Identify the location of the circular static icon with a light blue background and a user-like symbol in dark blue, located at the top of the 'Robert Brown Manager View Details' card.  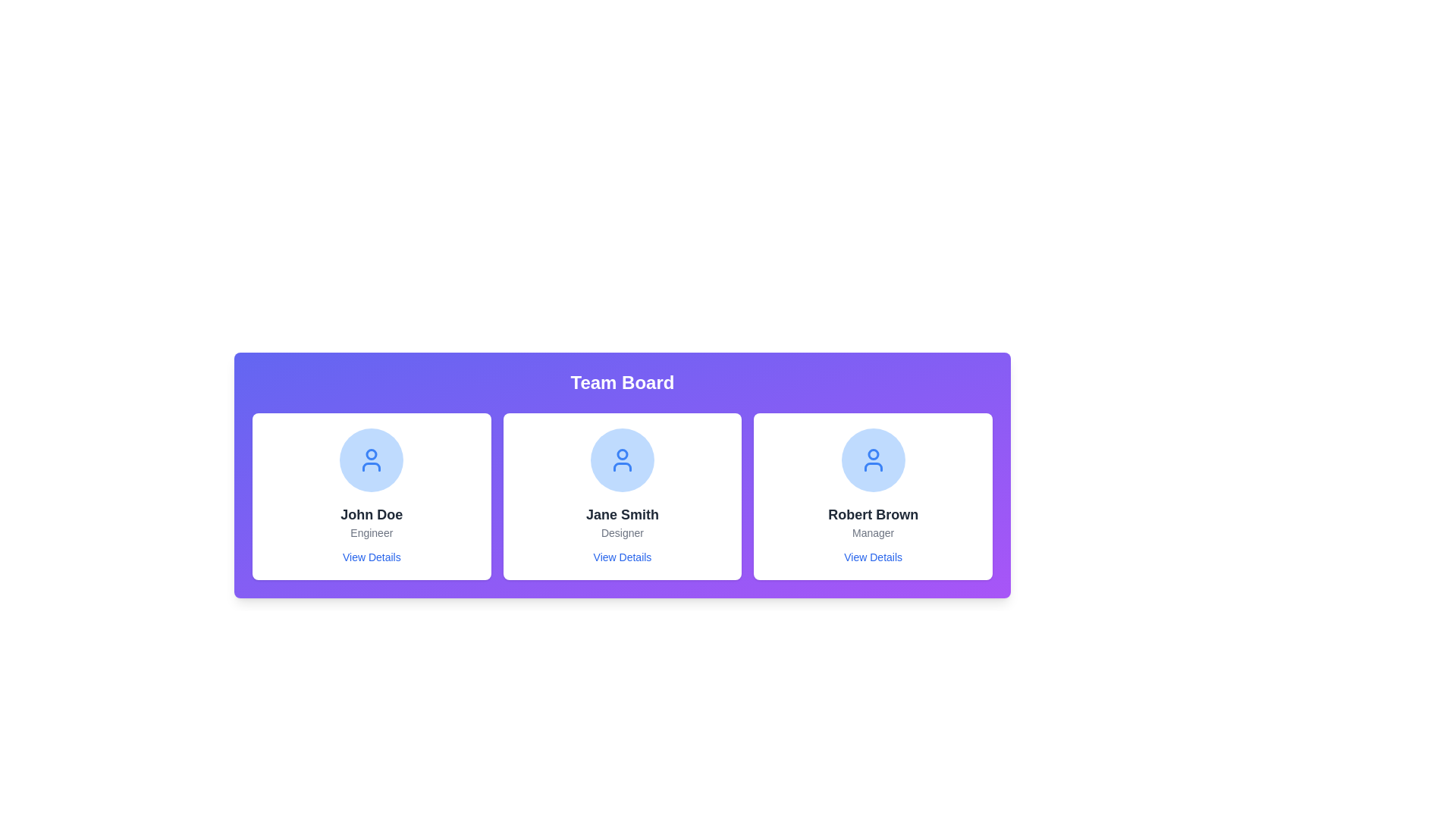
(873, 459).